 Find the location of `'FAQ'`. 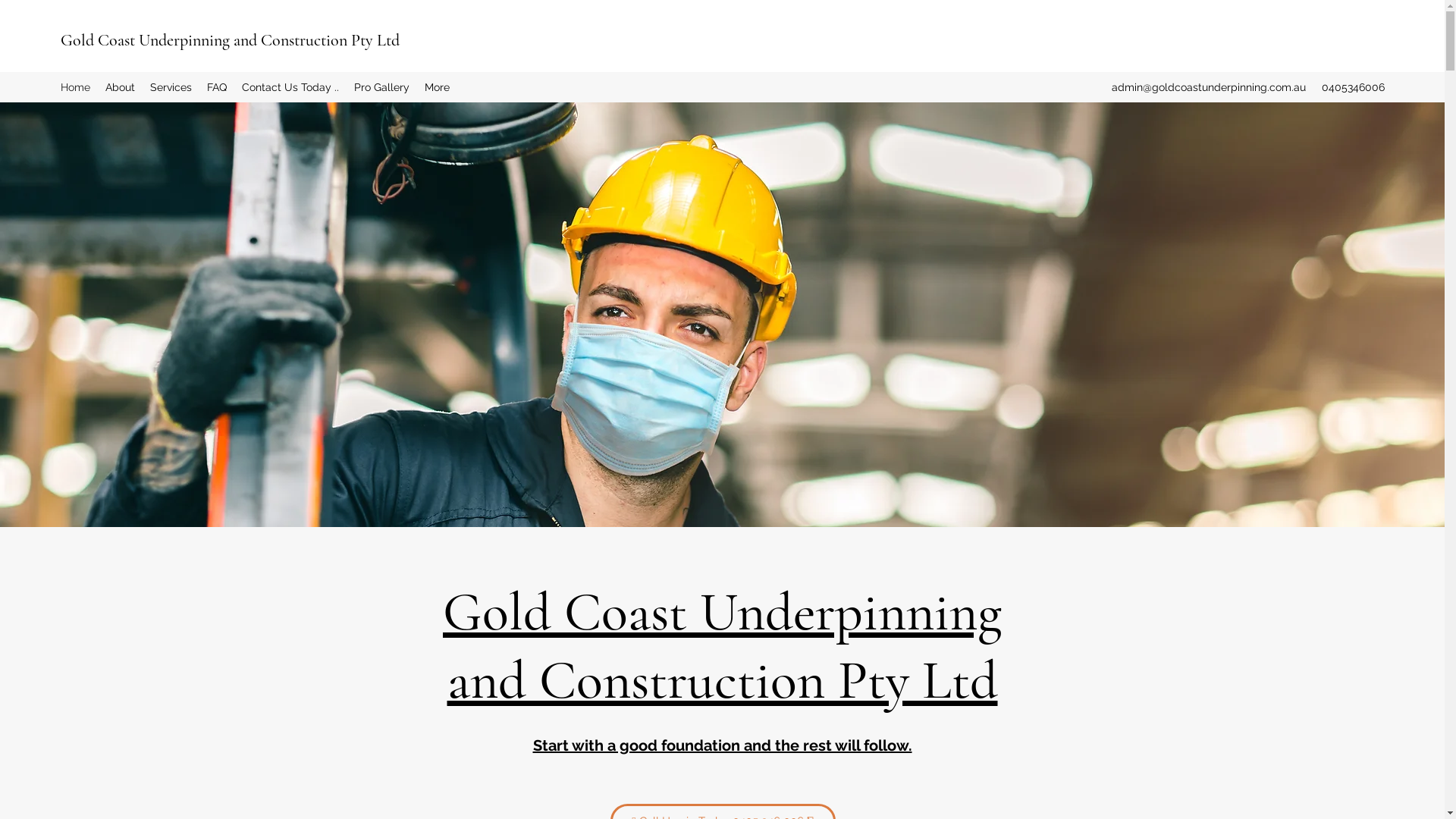

'FAQ' is located at coordinates (216, 87).